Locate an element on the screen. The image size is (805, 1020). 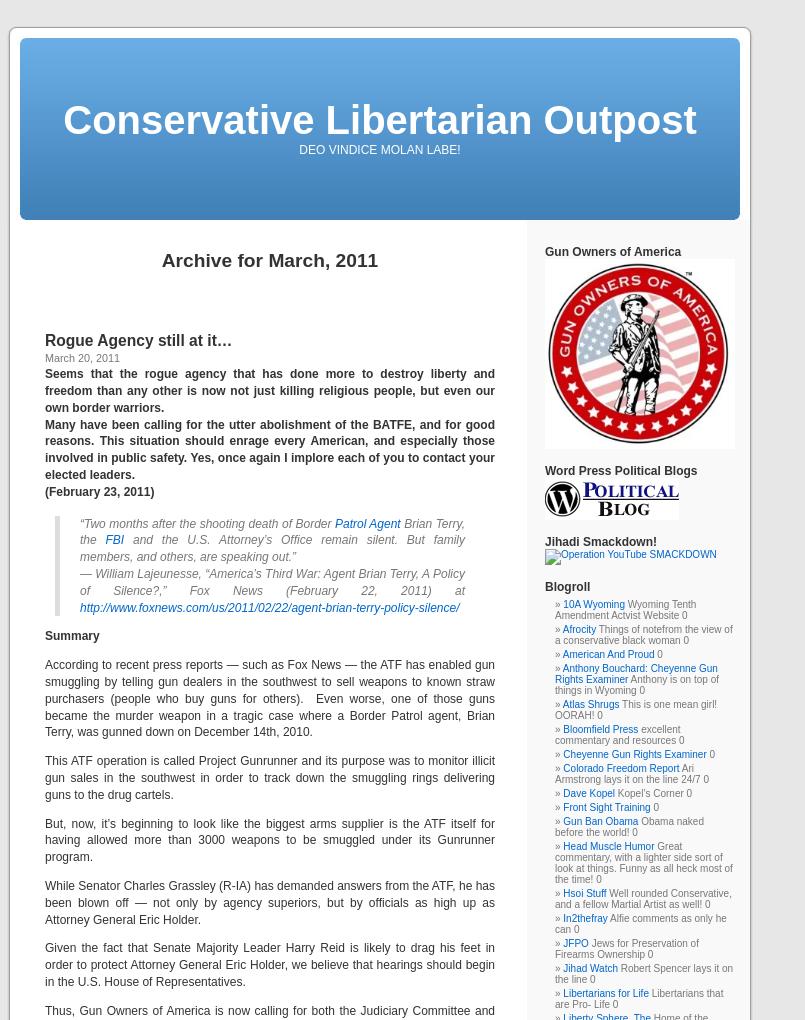
'Archive for March, 2011' is located at coordinates (269, 259).